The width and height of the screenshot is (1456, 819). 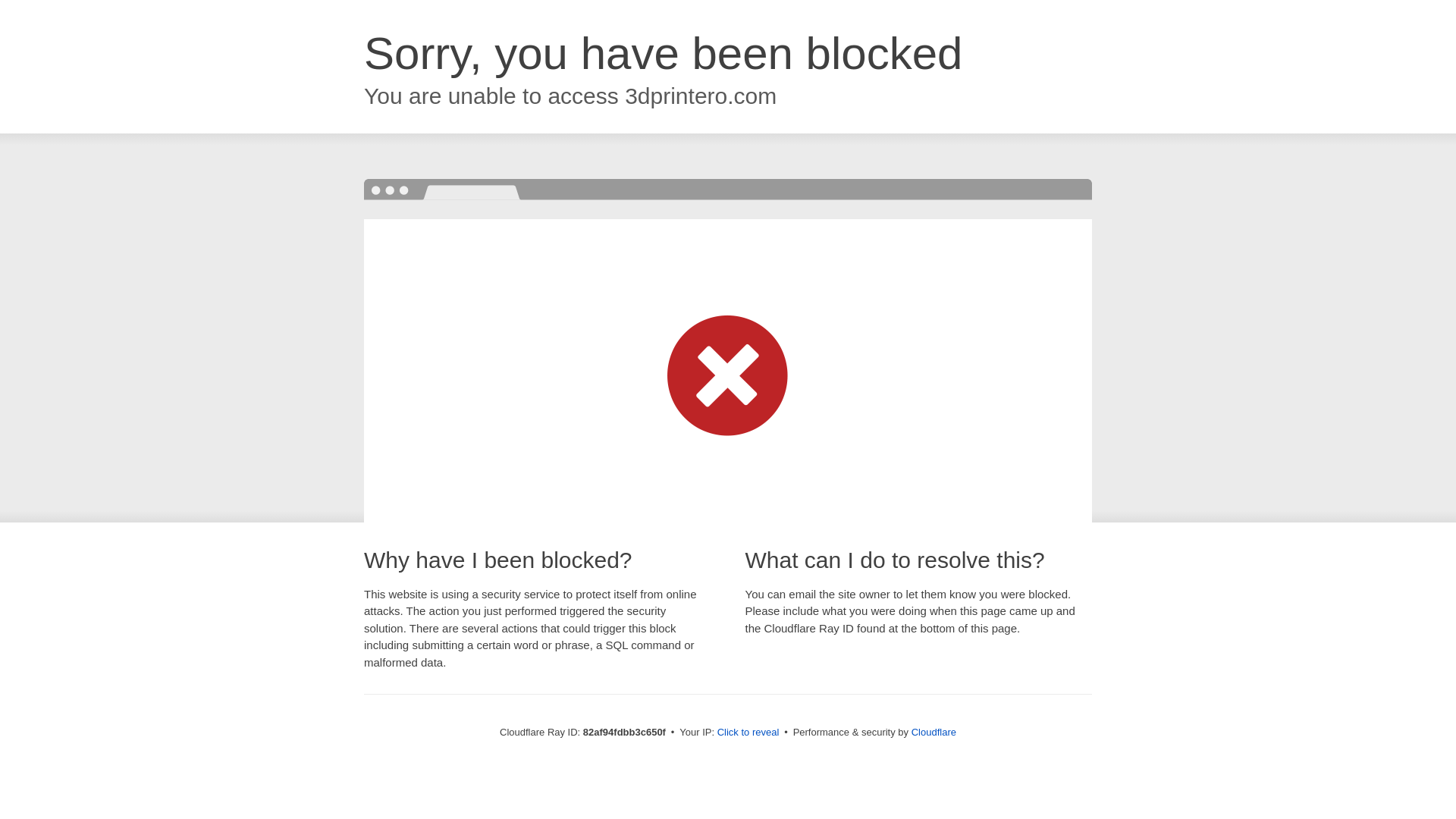 What do you see at coordinates (748, 731) in the screenshot?
I see `'Click to reveal'` at bounding box center [748, 731].